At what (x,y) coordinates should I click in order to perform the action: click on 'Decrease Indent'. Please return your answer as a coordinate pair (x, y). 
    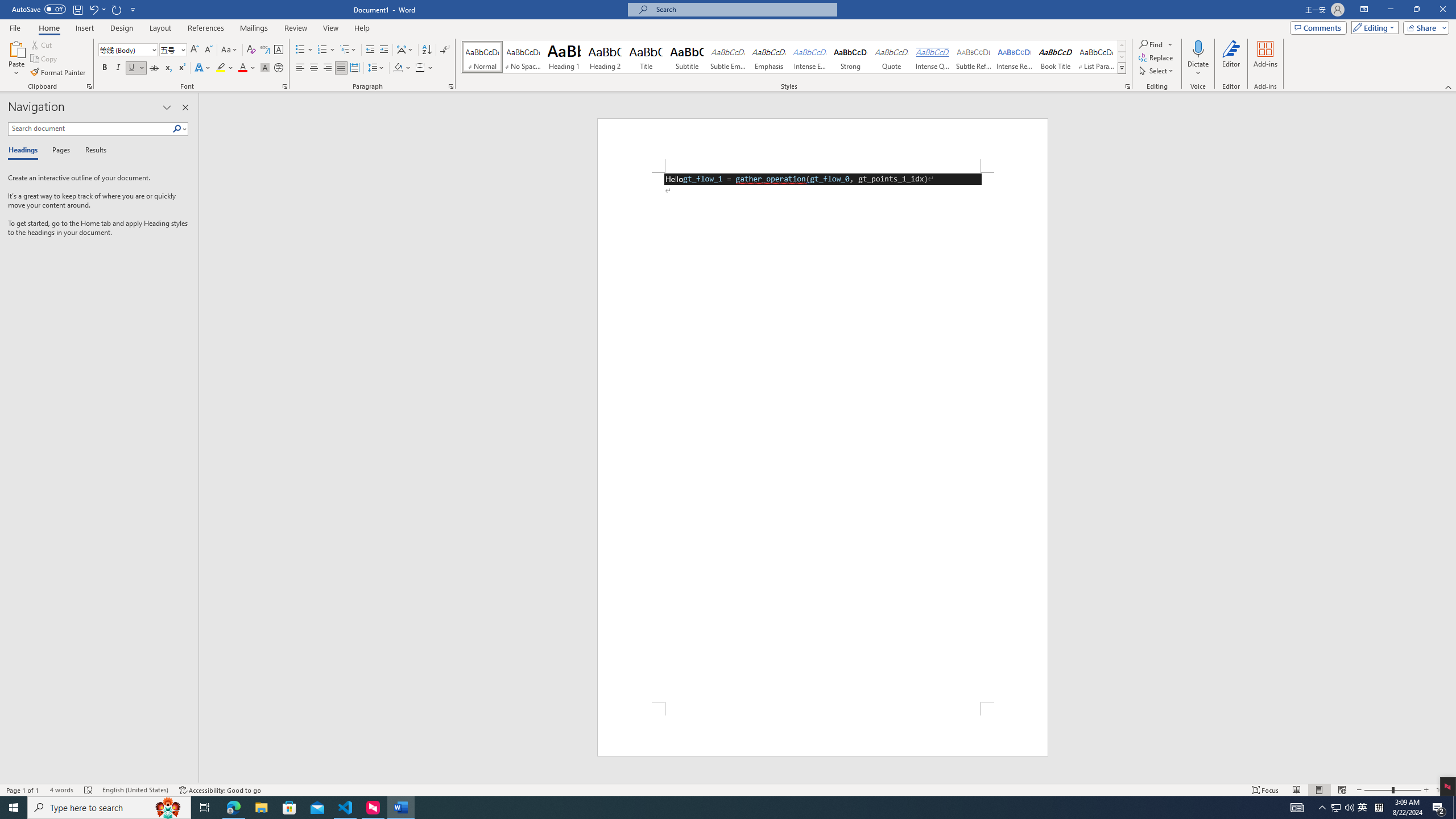
    Looking at the image, I should click on (370, 49).